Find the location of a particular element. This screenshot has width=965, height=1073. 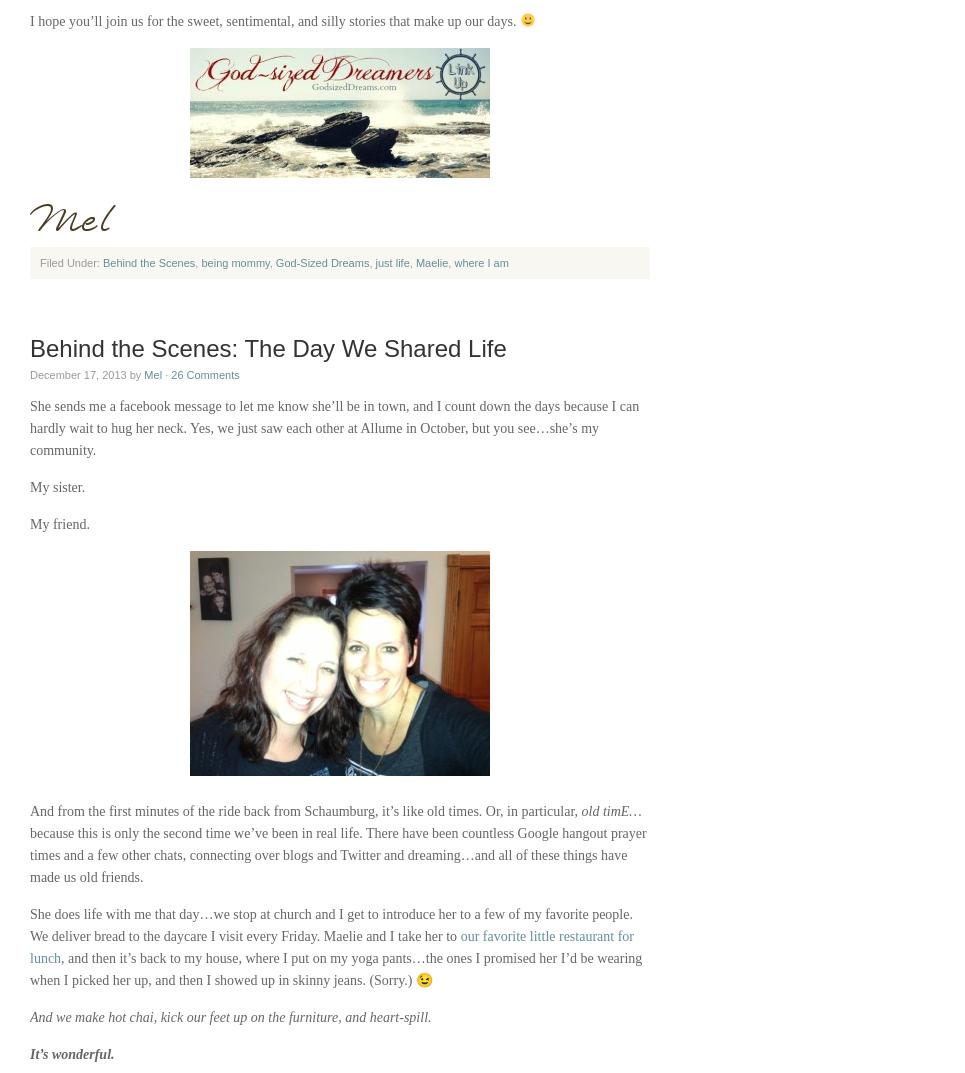

'And we make hot chai, kick our feet up on the furniture, and heart-spill.' is located at coordinates (229, 1017).